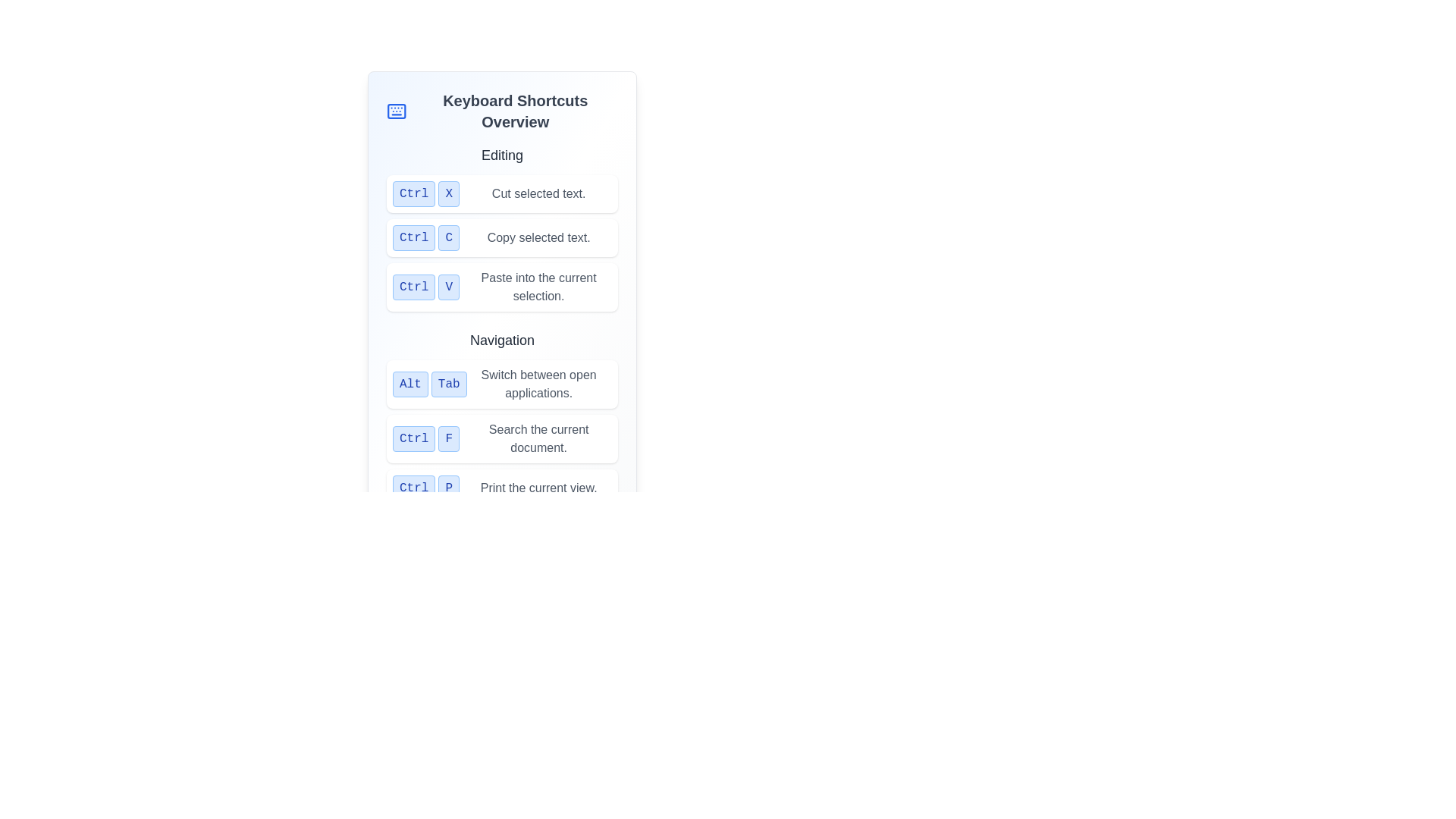  I want to click on the 'V' key representation in the keyboard shortcut combination, which is located directly under 'Ctrl C' and above the 'Navigation' section, so click(448, 287).